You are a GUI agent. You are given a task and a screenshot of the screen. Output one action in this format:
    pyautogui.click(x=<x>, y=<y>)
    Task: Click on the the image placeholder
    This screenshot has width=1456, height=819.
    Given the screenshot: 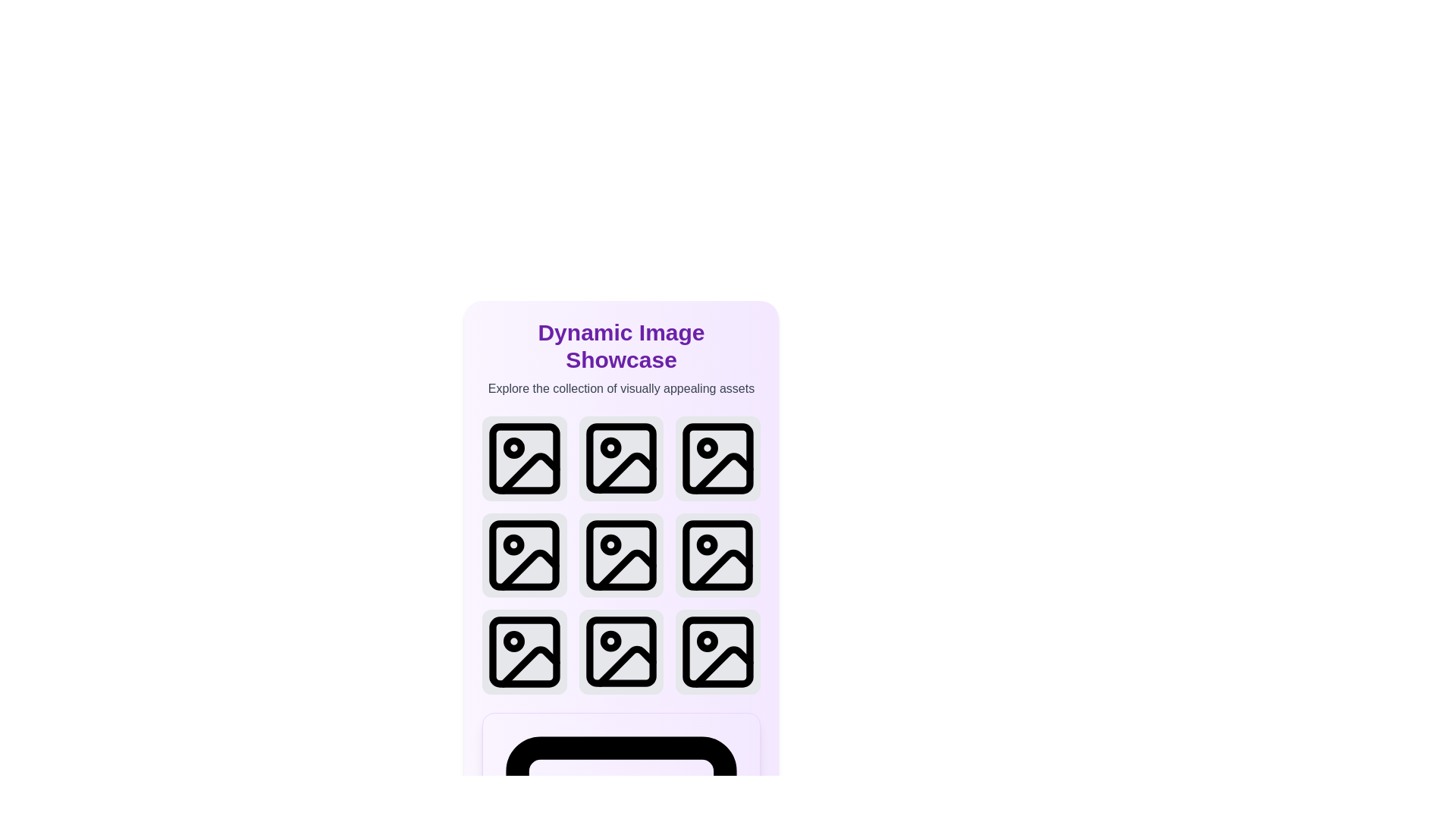 What is the action you would take?
    pyautogui.click(x=717, y=651)
    